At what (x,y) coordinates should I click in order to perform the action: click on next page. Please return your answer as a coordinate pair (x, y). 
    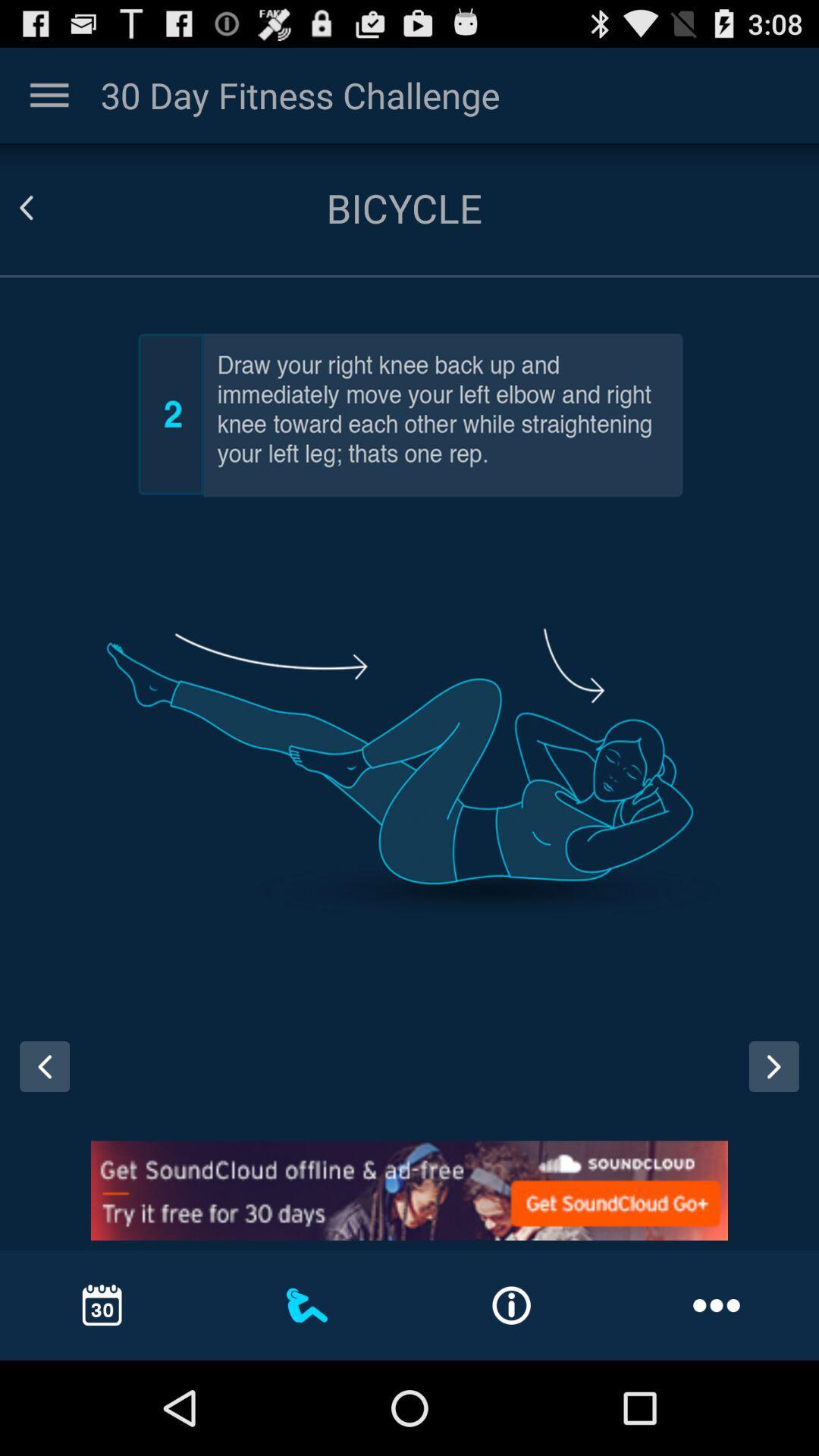
    Looking at the image, I should click on (773, 1065).